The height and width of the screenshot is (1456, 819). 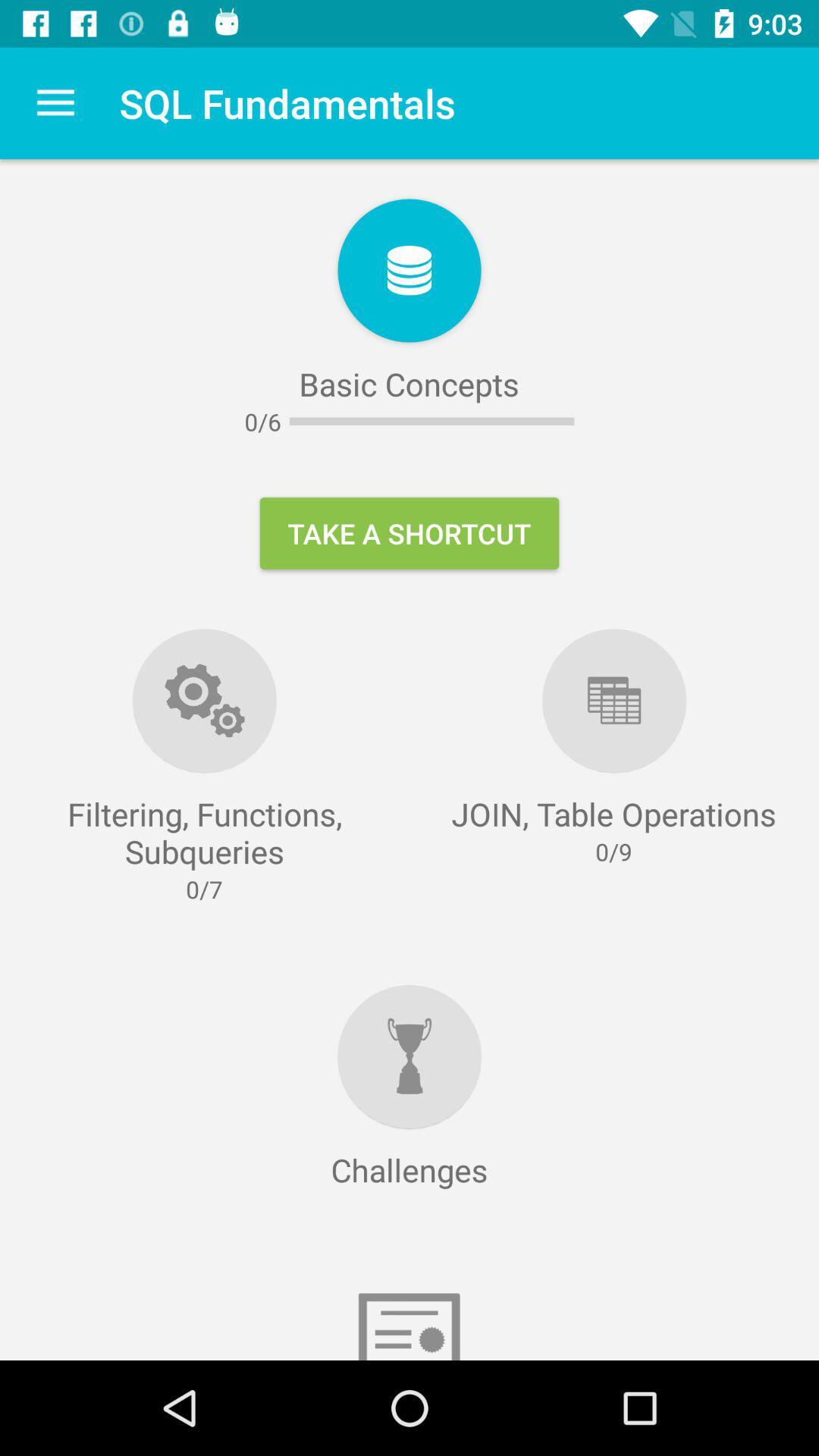 What do you see at coordinates (55, 102) in the screenshot?
I see `the item next to sql fundamentals item` at bounding box center [55, 102].